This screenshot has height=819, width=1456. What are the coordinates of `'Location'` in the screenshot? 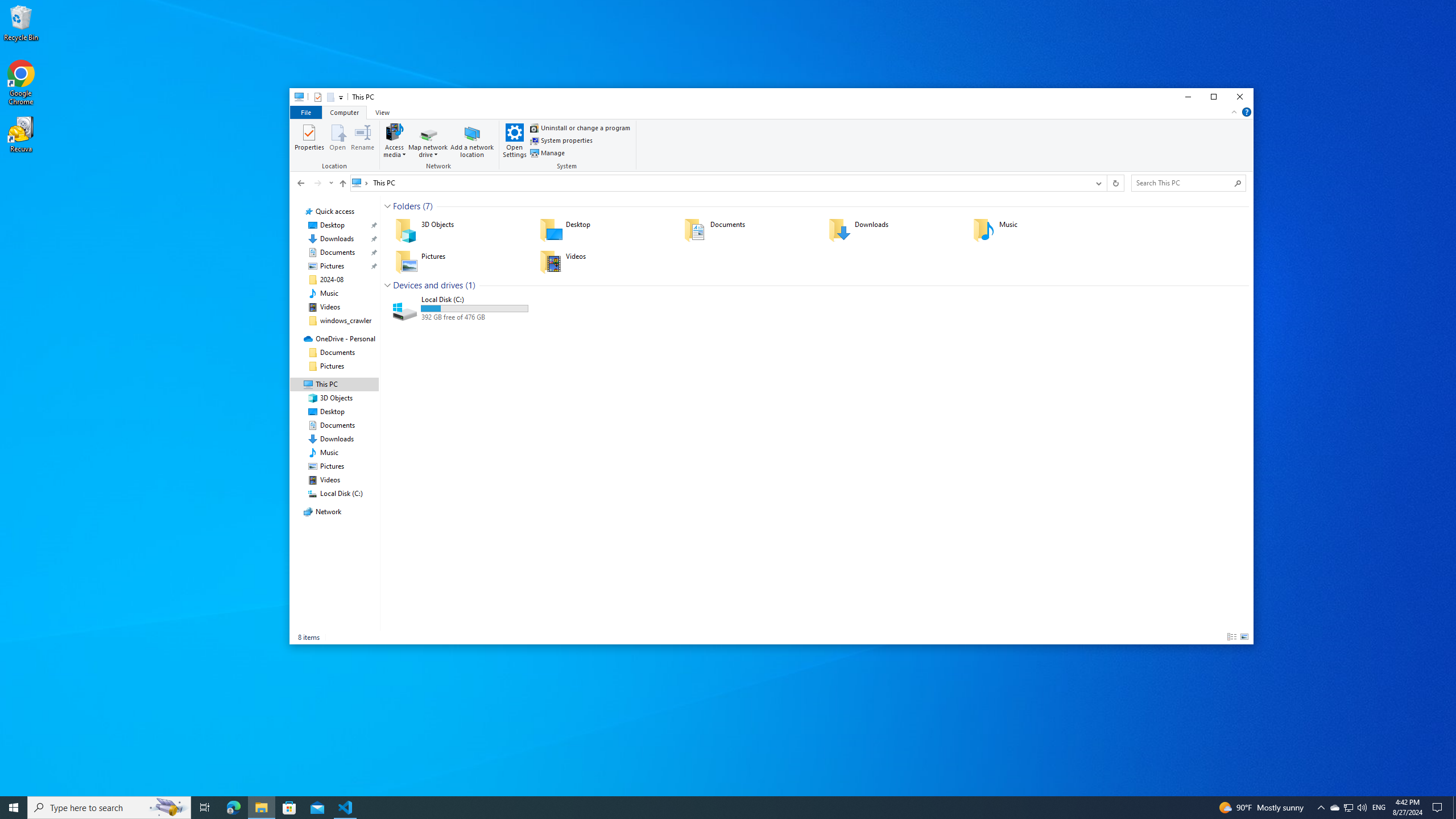 It's located at (336, 146).